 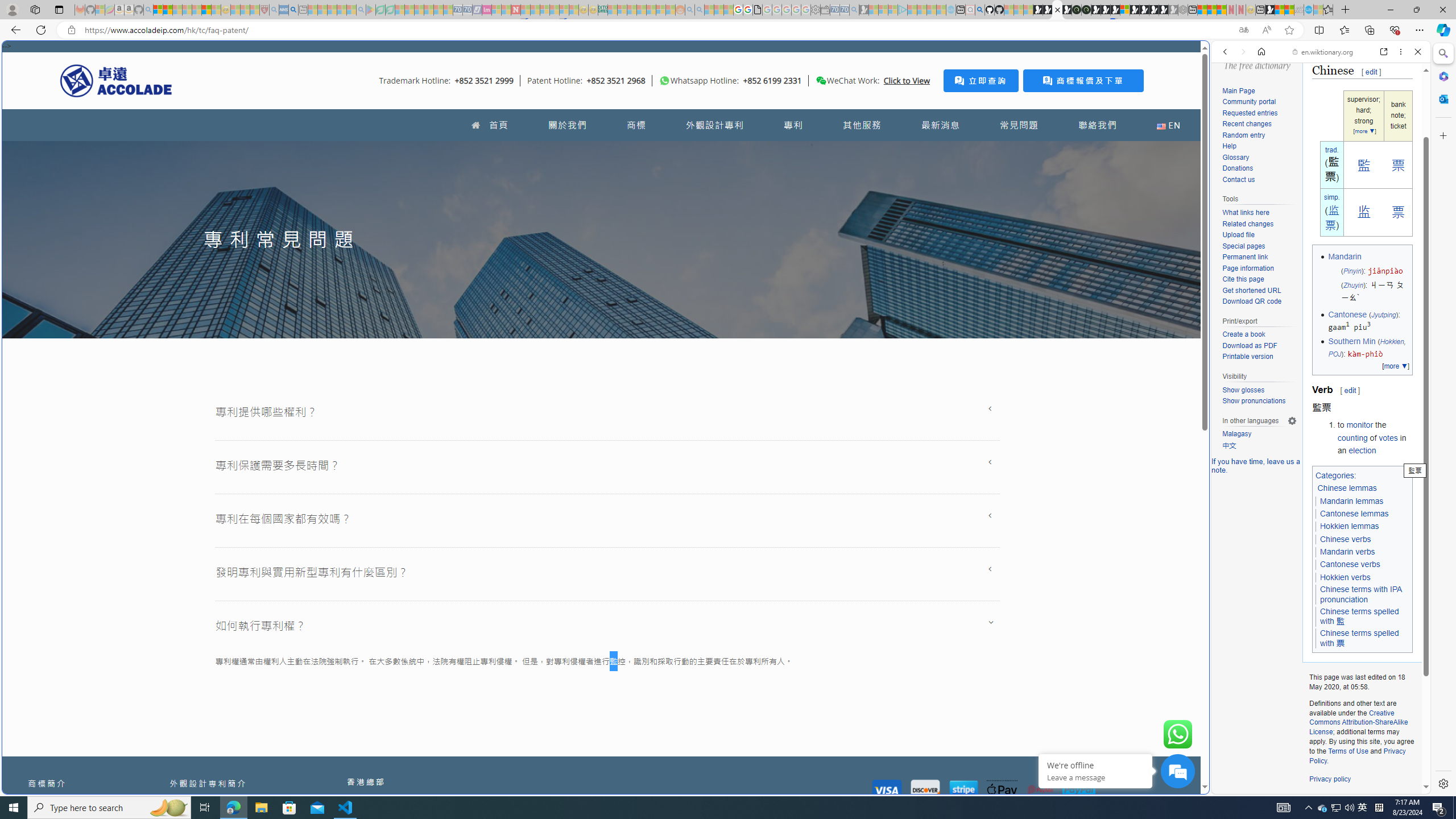 I want to click on 'Creative Commons Attribution-ShareAlike License', so click(x=1358, y=722).